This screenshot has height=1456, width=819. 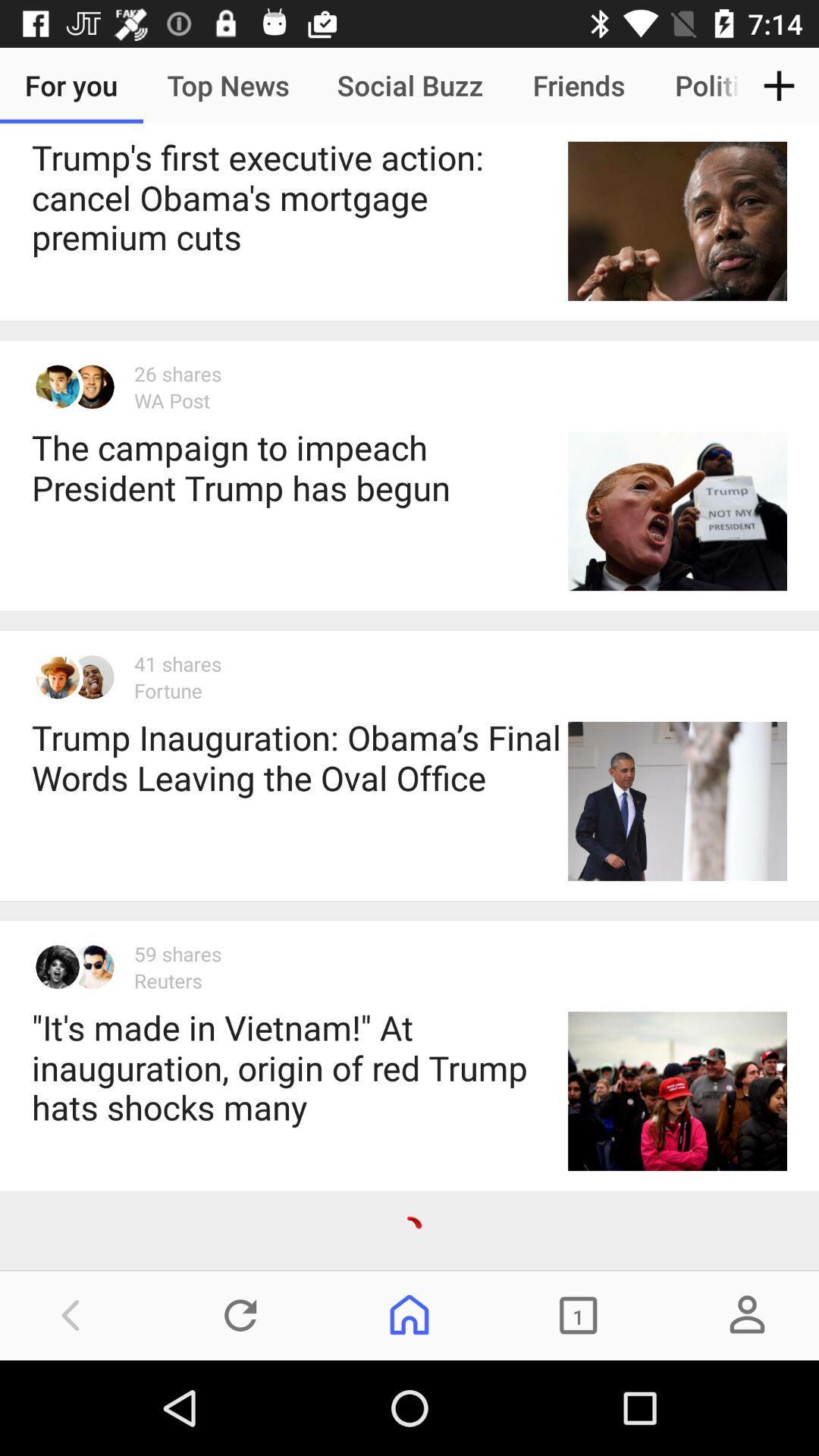 I want to click on the add icon, so click(x=779, y=84).